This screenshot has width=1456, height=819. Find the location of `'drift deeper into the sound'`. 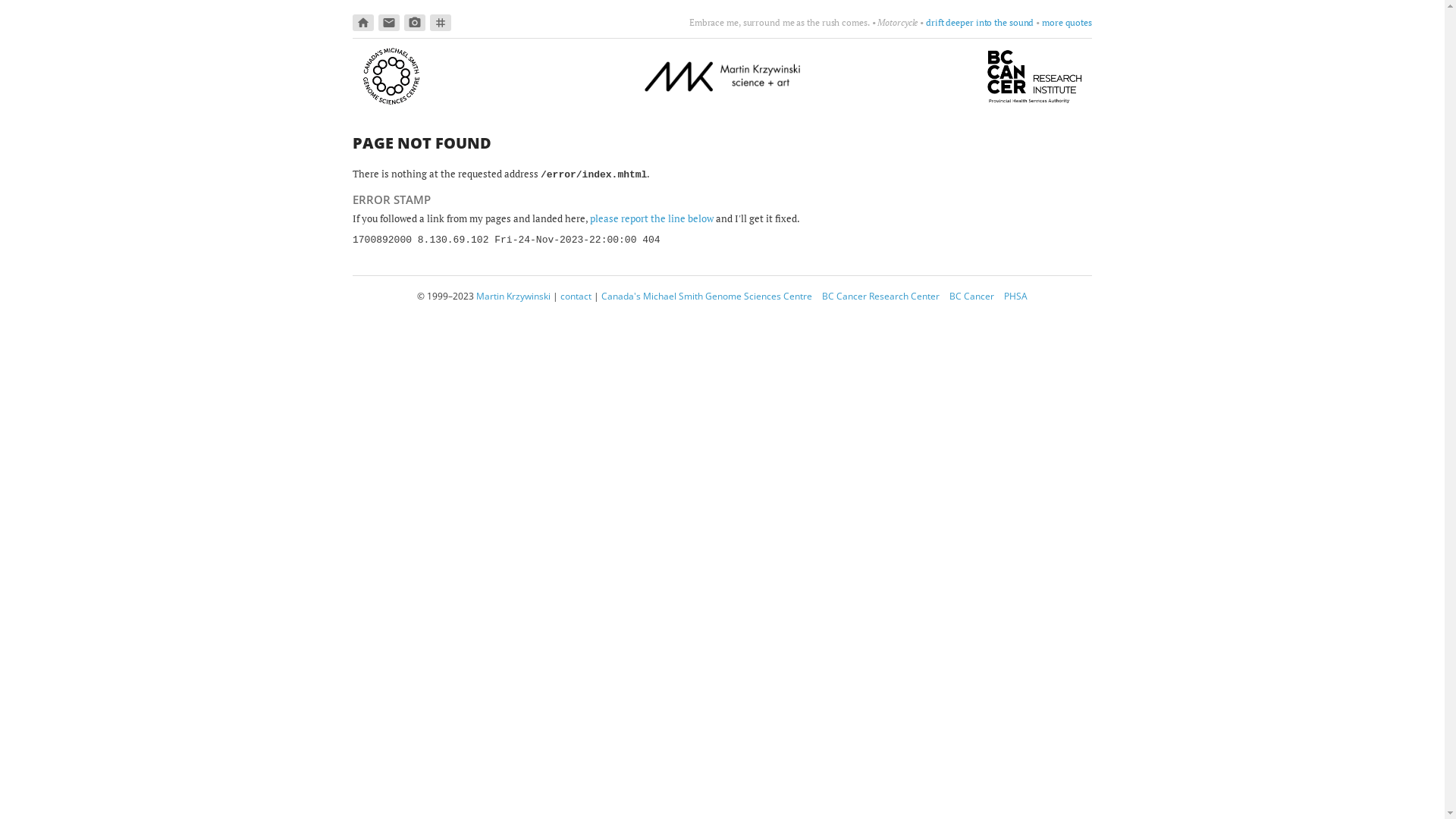

'drift deeper into the sound' is located at coordinates (979, 22).